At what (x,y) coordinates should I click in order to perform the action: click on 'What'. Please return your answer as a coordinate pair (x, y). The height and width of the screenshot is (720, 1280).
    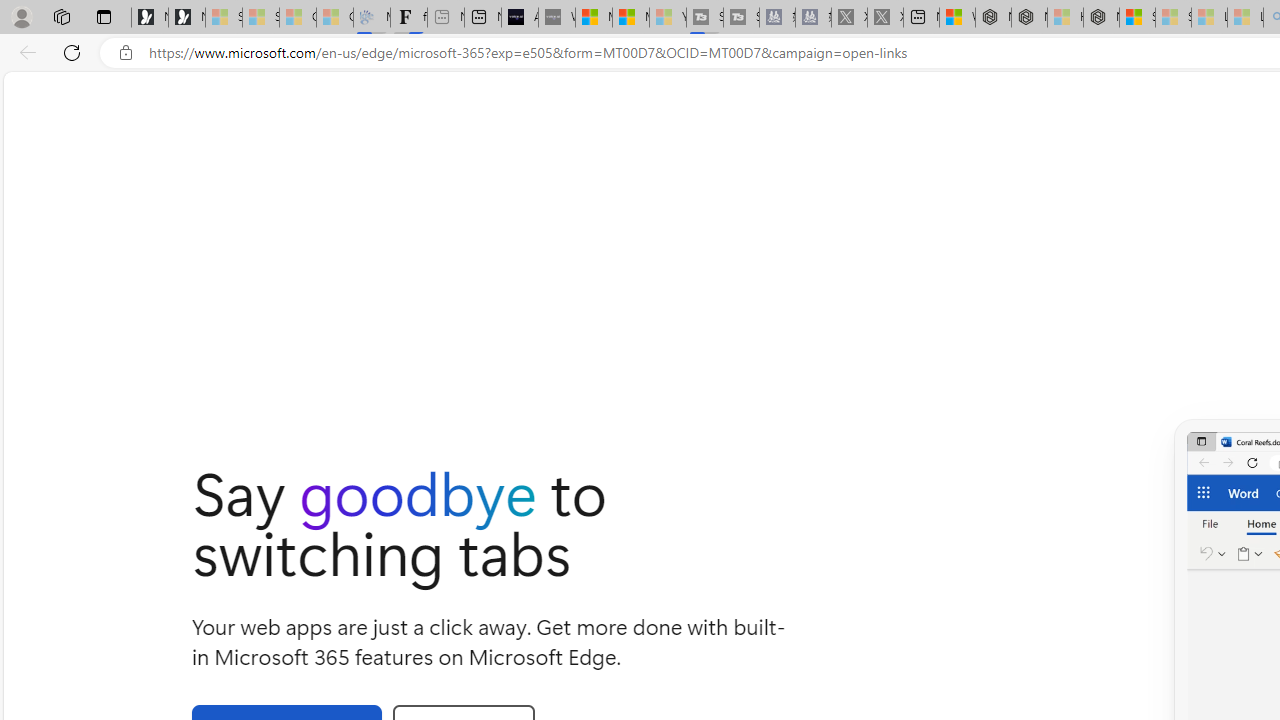
    Looking at the image, I should click on (556, 17).